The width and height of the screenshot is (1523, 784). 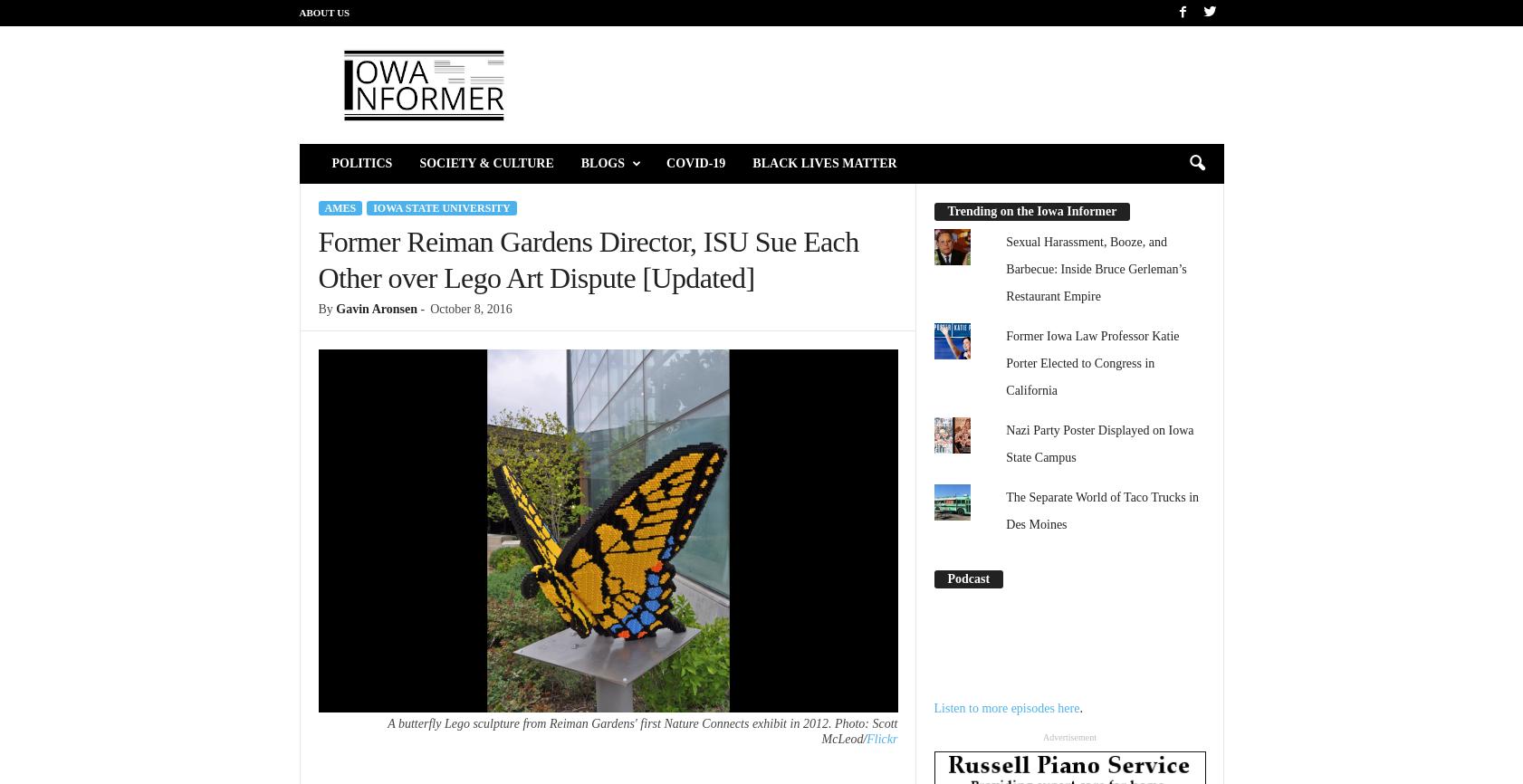 What do you see at coordinates (339, 207) in the screenshot?
I see `'Ames'` at bounding box center [339, 207].